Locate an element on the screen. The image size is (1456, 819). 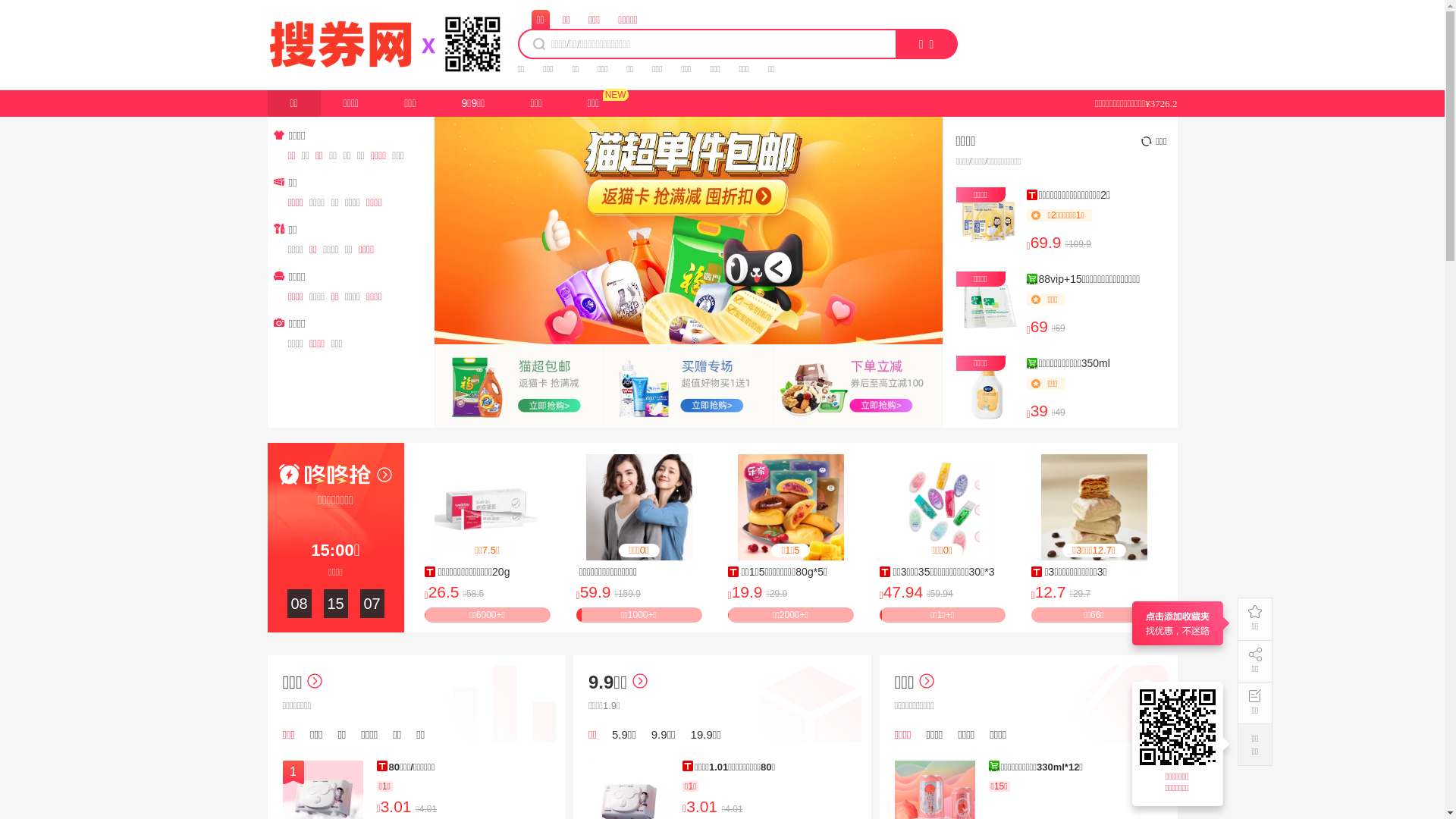
'https://17.souquan.wang' is located at coordinates (1178, 726).